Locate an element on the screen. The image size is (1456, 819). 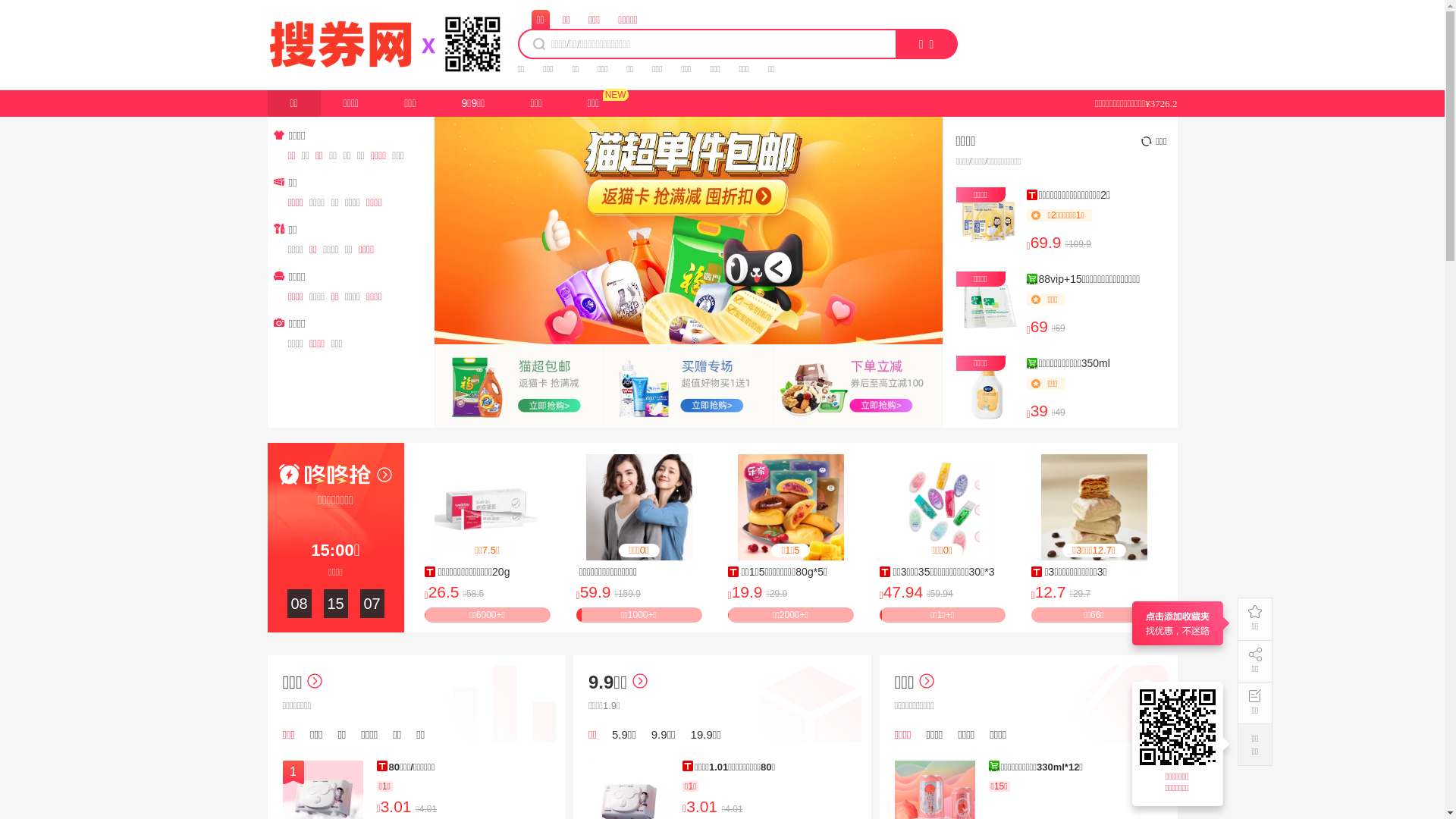
'https://17.souquan.wang' is located at coordinates (1178, 726).